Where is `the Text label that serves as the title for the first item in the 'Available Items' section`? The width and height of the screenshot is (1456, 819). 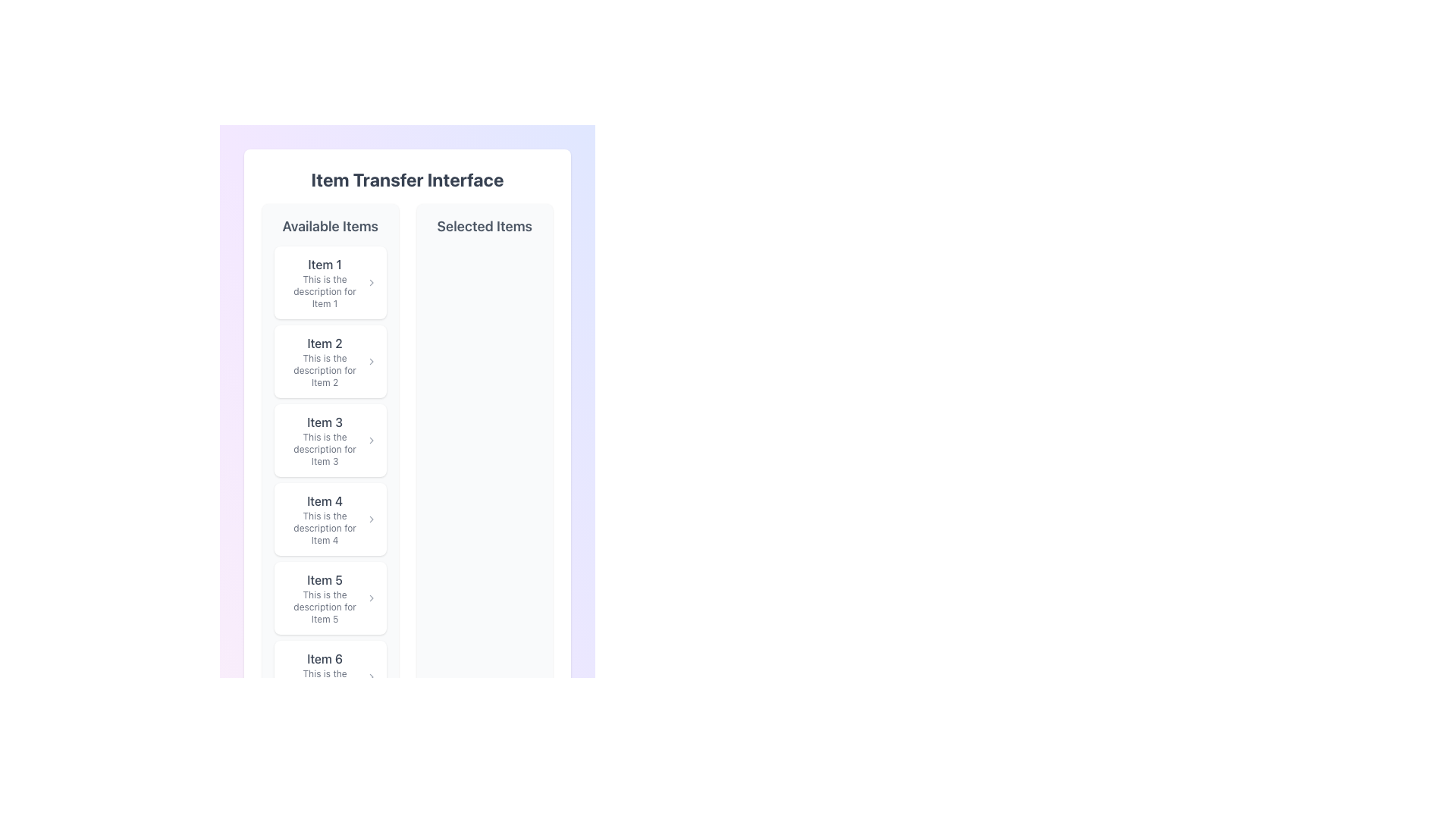
the Text label that serves as the title for the first item in the 'Available Items' section is located at coordinates (324, 263).